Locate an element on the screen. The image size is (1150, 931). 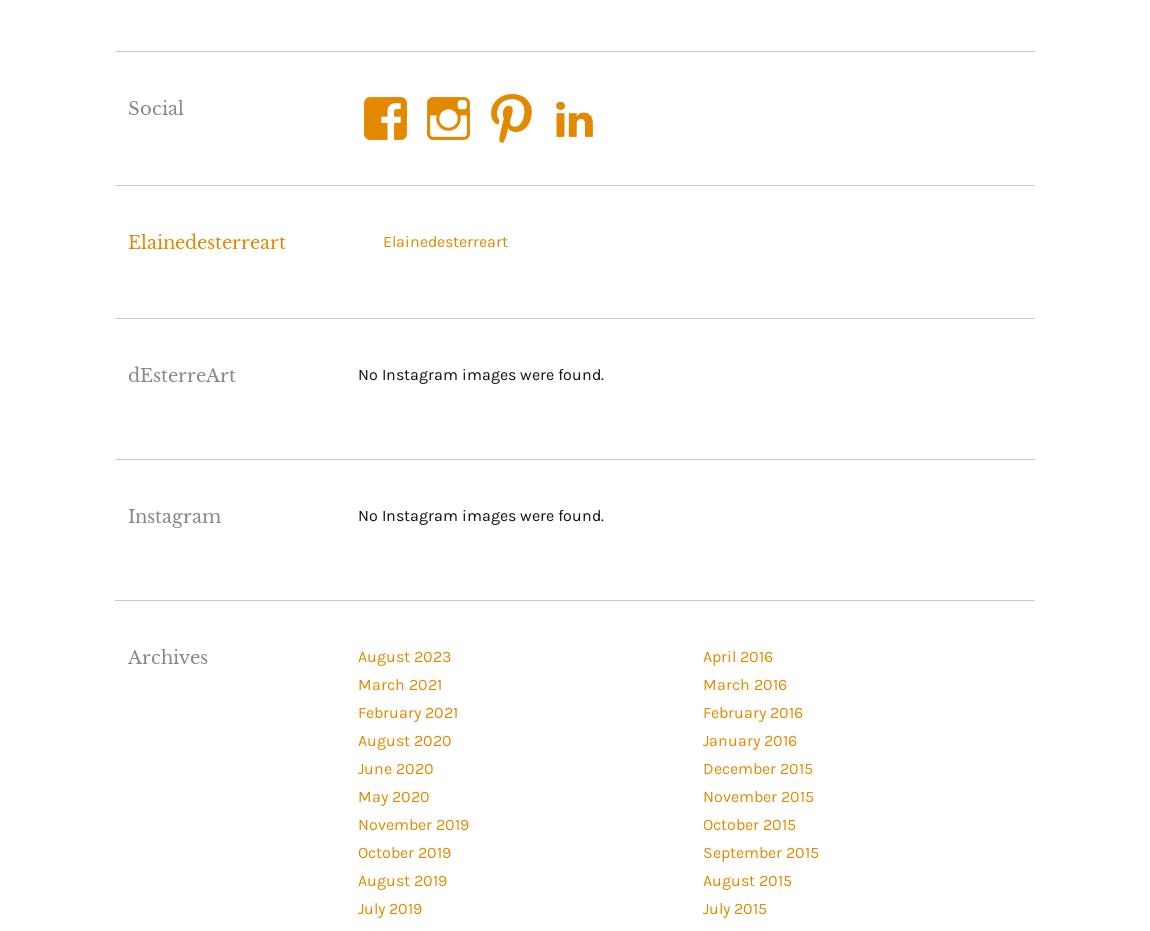
'October 2019' is located at coordinates (403, 850).